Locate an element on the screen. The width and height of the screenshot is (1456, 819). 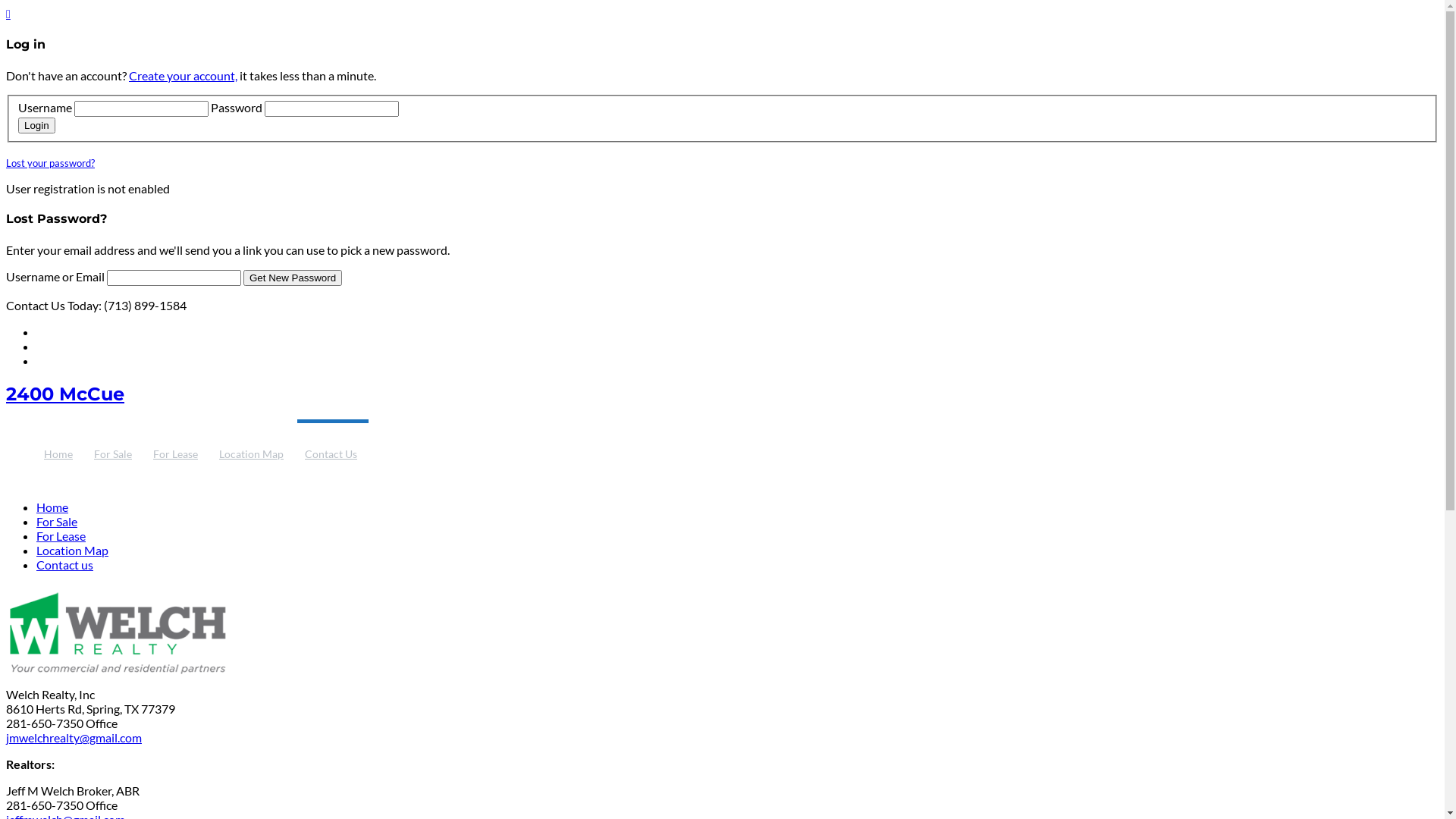
'2400 McCue' is located at coordinates (6, 393).